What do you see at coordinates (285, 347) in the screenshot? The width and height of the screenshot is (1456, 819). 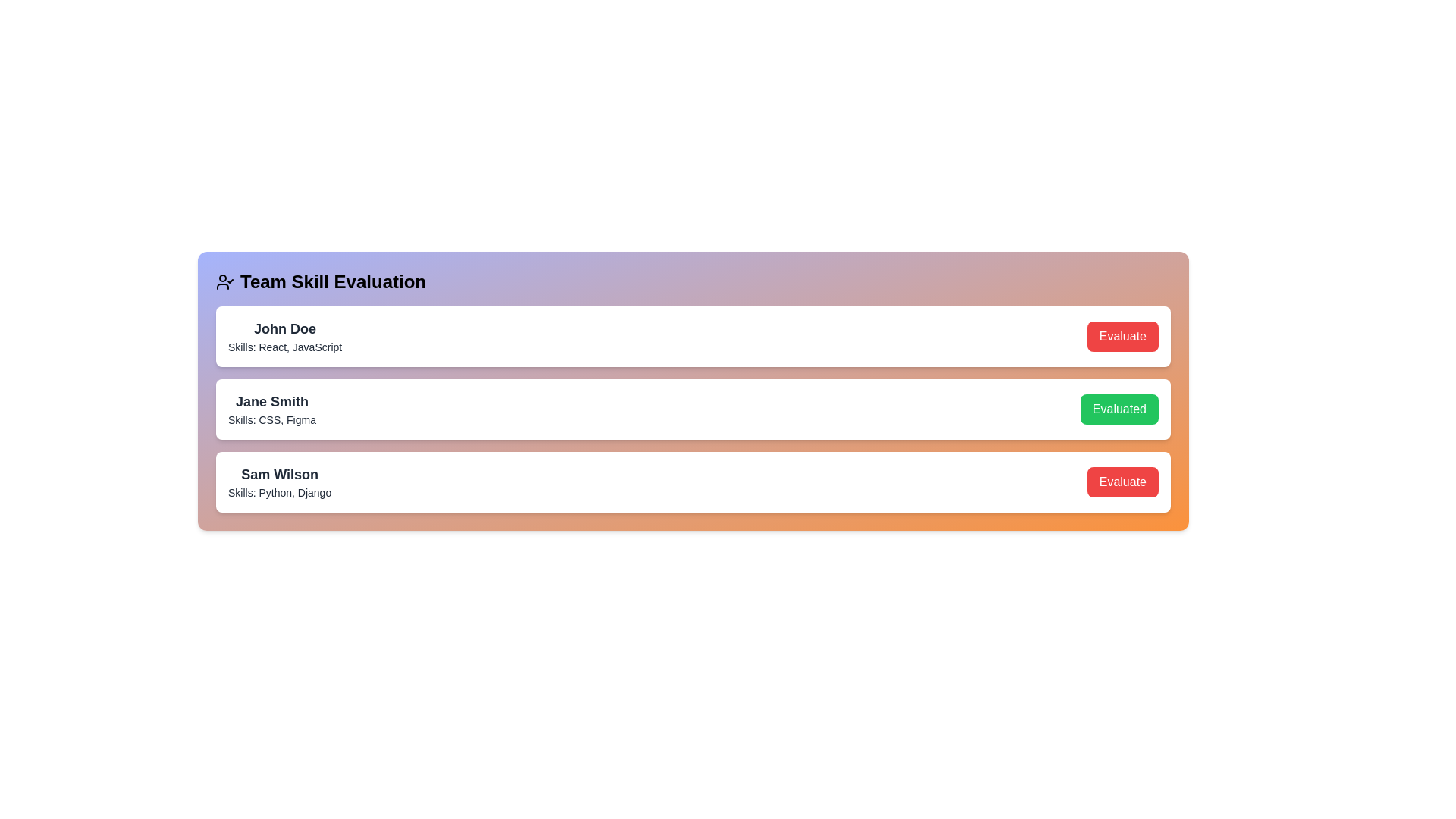 I see `the Text Label displaying 'Skills: React, JavaScript' located below 'John Doe' in the top card of the 'Team Skill Evaluation' list` at bounding box center [285, 347].